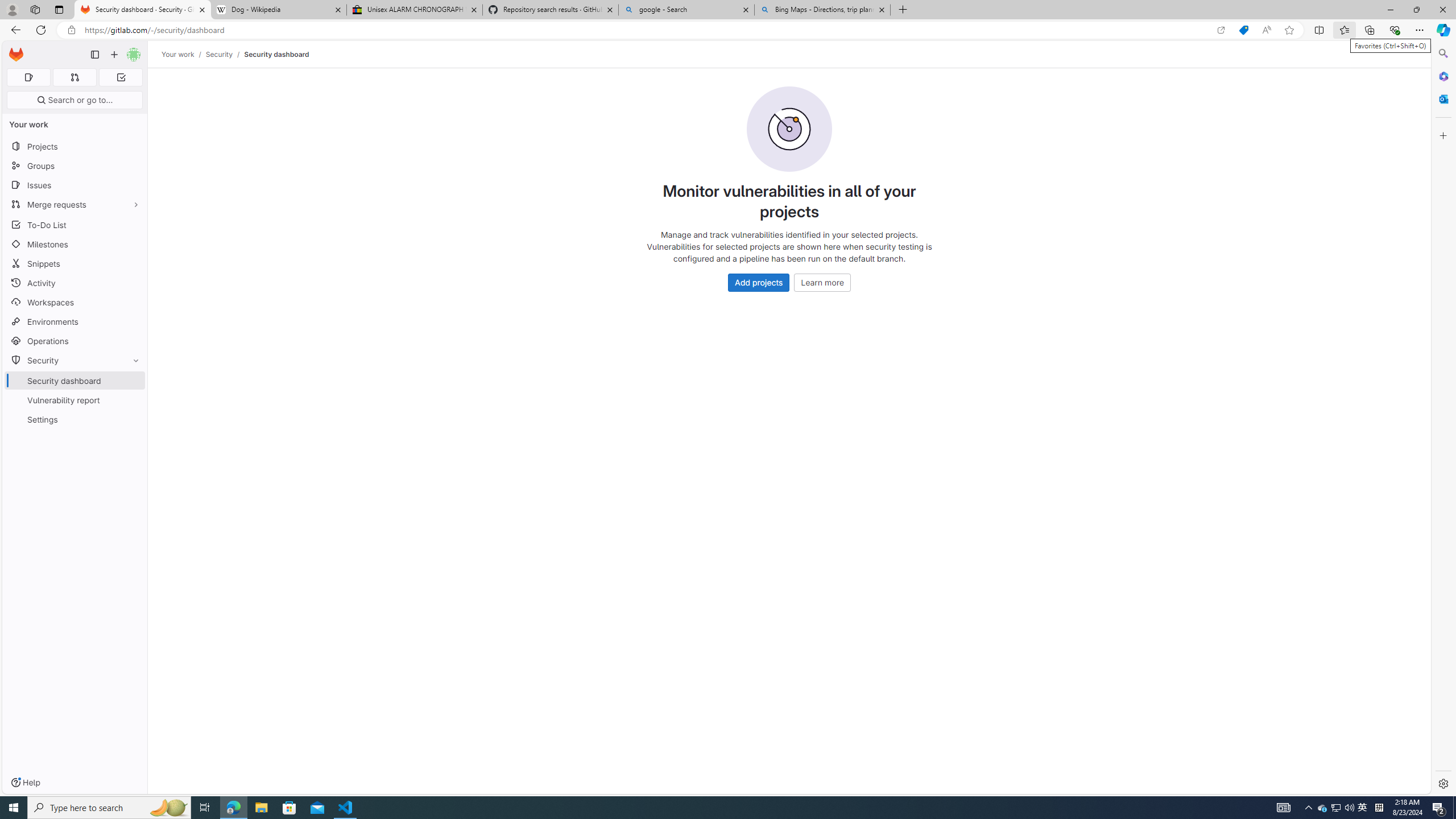 The width and height of the screenshot is (1456, 819). Describe the element at coordinates (74, 390) in the screenshot. I see `'SecuritySecurity dashboardVulnerability reportSettings'` at that location.